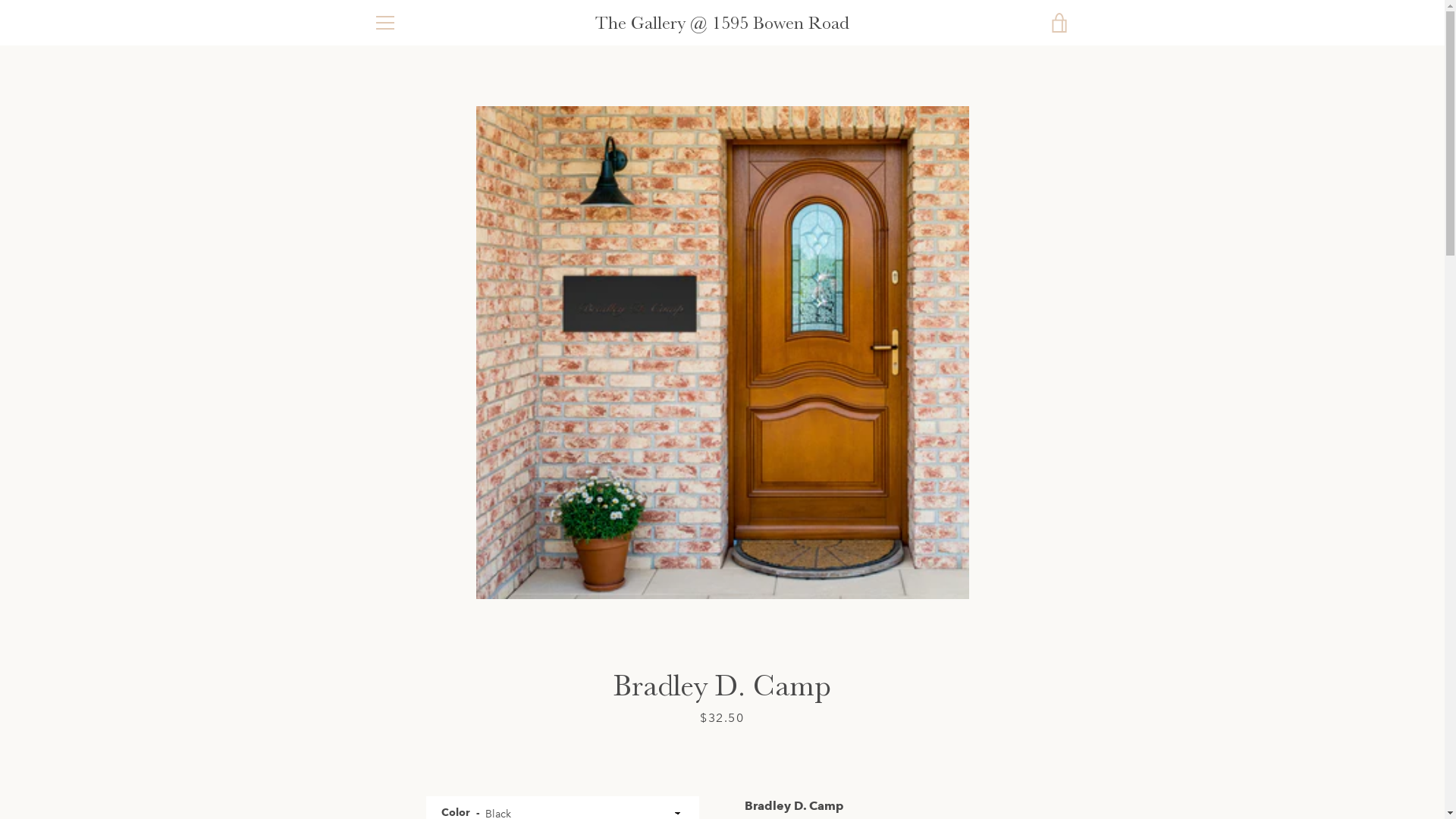 This screenshot has width=1456, height=819. I want to click on 'Powered by Shopify', so click(721, 776).